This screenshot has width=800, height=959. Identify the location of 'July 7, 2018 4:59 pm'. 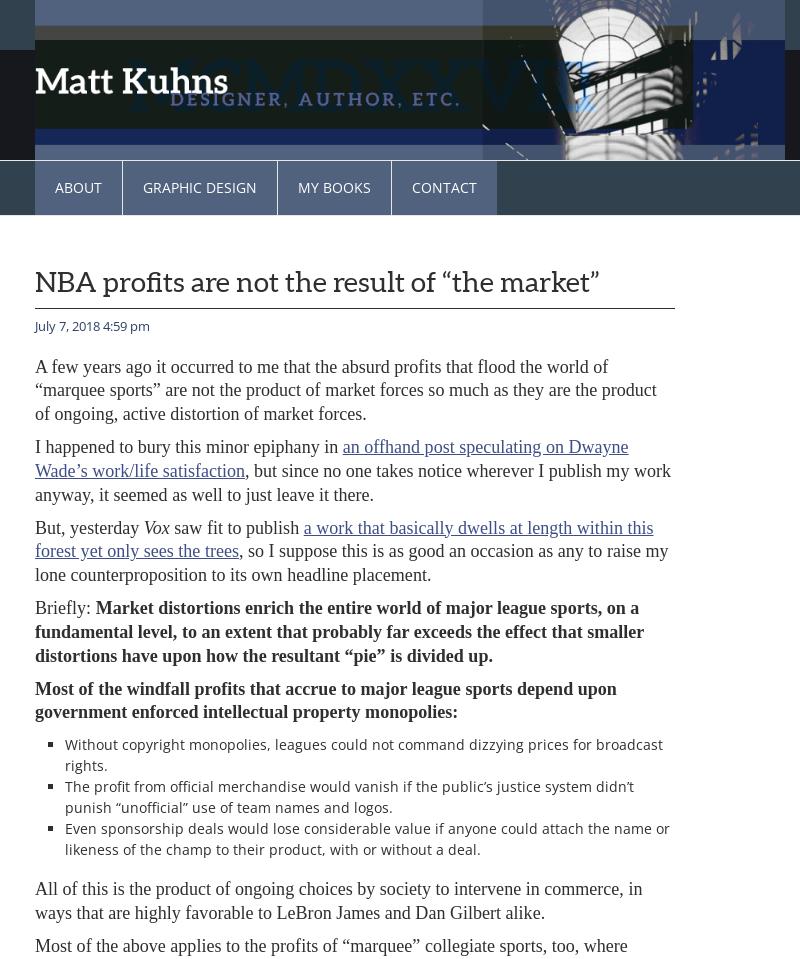
(92, 324).